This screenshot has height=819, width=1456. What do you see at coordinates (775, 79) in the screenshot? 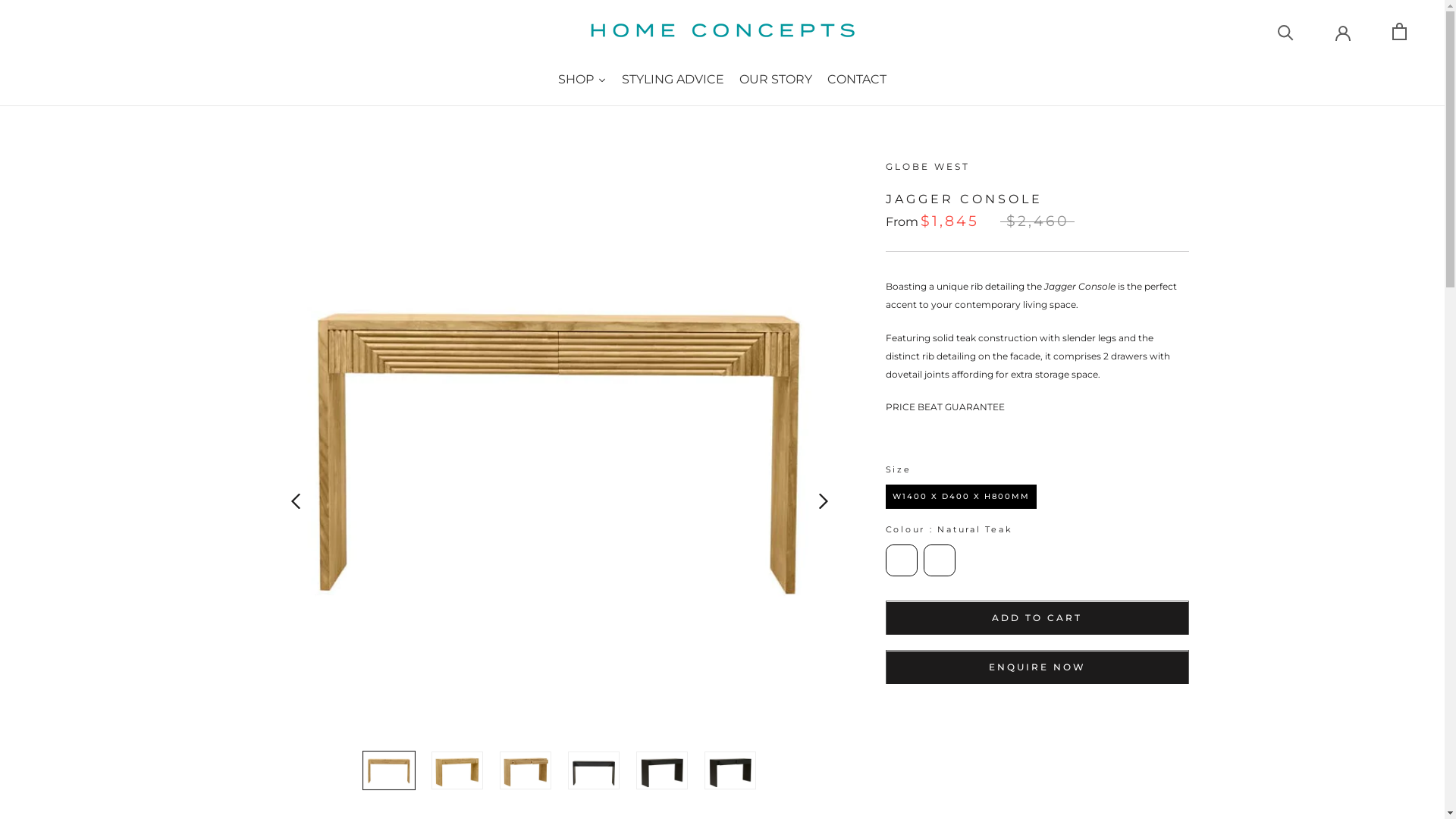
I see `'OUR STORY'` at bounding box center [775, 79].